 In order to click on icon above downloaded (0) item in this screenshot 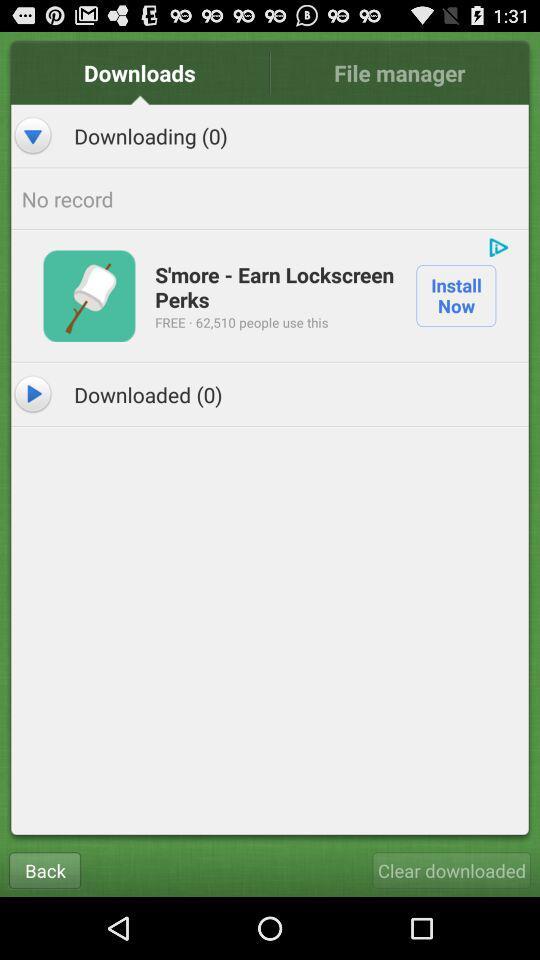, I will do `click(88, 294)`.